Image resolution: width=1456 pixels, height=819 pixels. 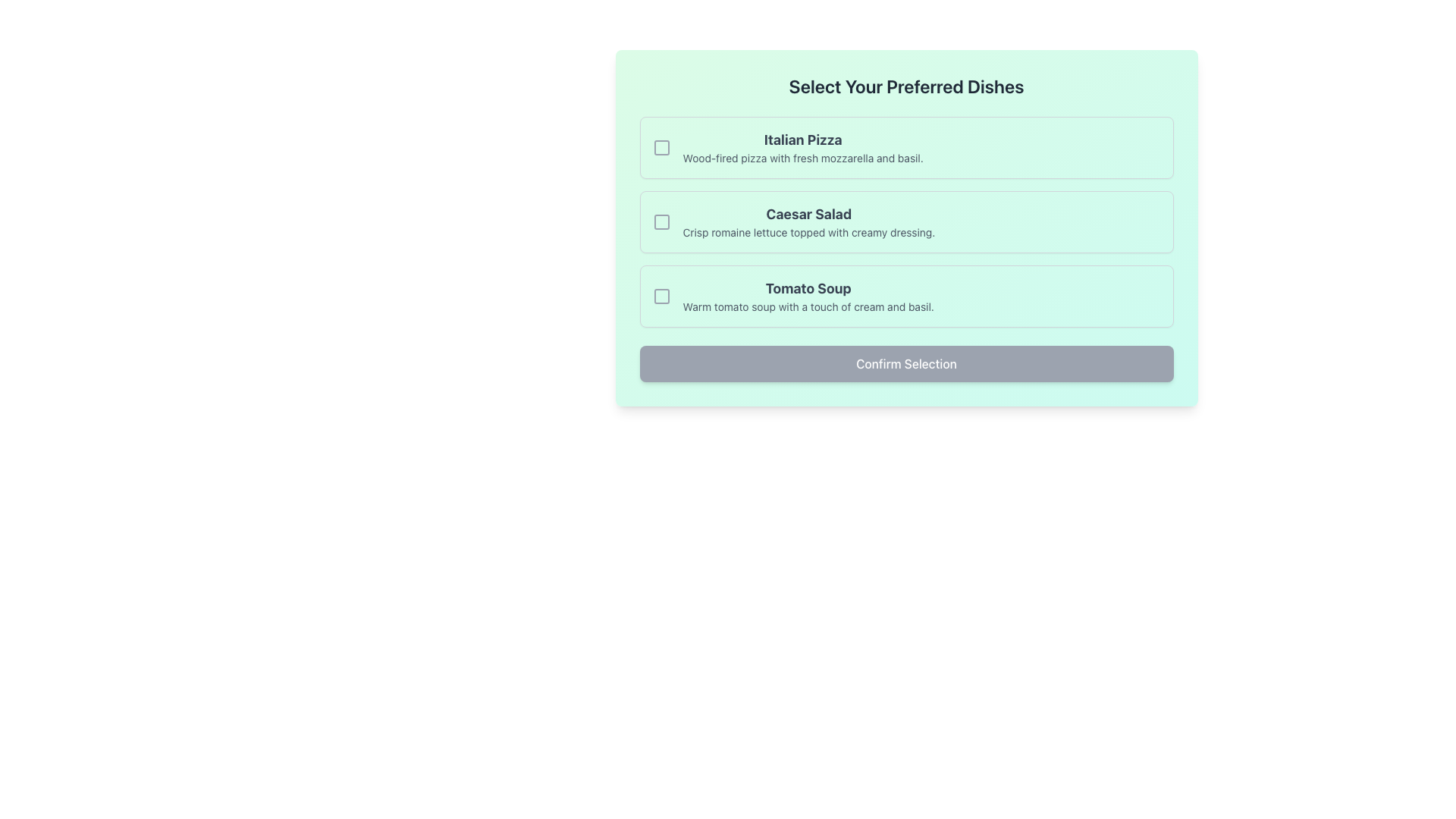 I want to click on the circular checkbox associated with the 'Tomato Soup' option in the selection interface, so click(x=661, y=296).